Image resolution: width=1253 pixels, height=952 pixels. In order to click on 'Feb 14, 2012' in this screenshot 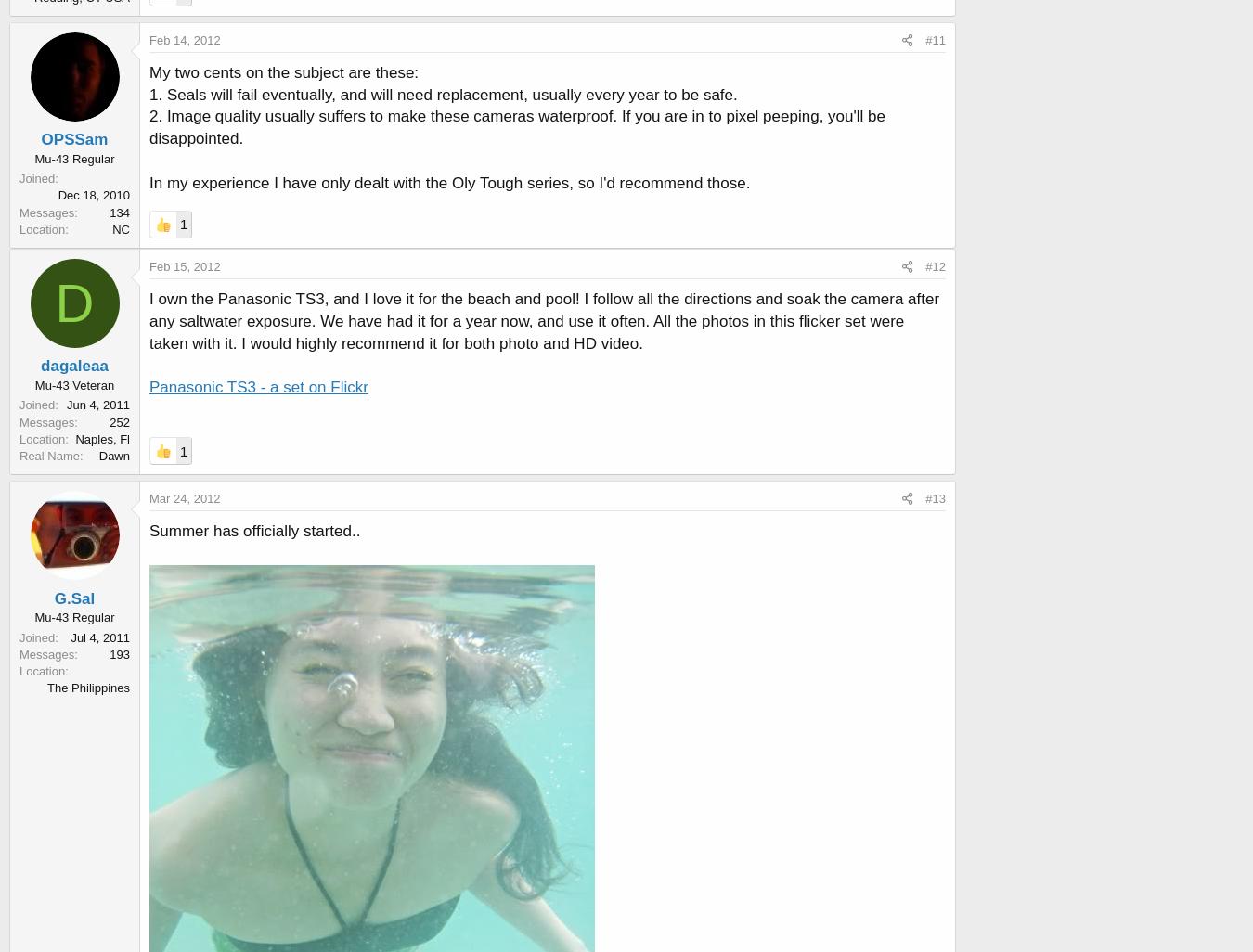, I will do `click(184, 39)`.